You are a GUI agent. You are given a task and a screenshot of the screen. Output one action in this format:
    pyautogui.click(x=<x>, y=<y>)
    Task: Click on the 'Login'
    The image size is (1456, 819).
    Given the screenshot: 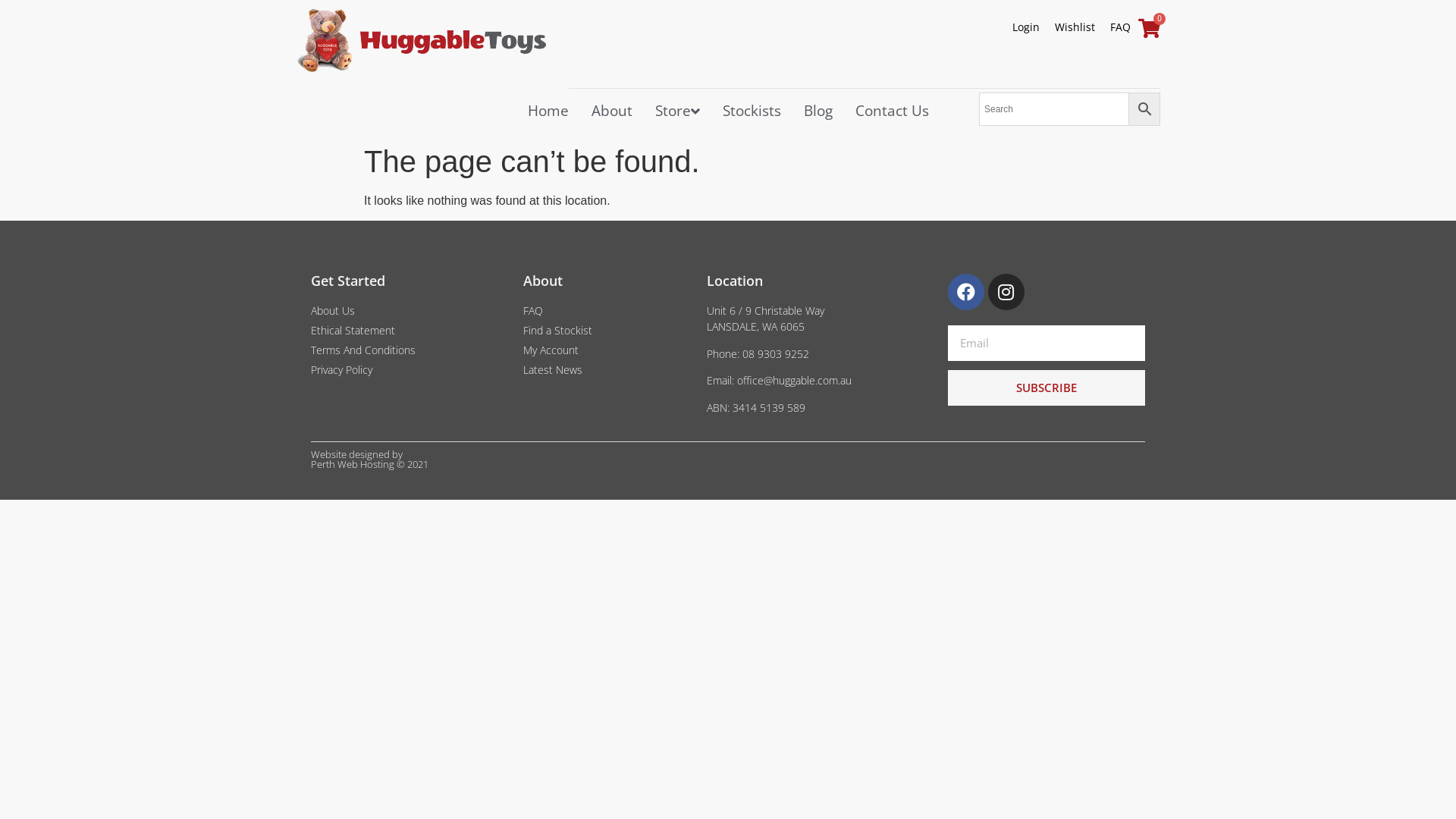 What is the action you would take?
    pyautogui.click(x=1026, y=27)
    